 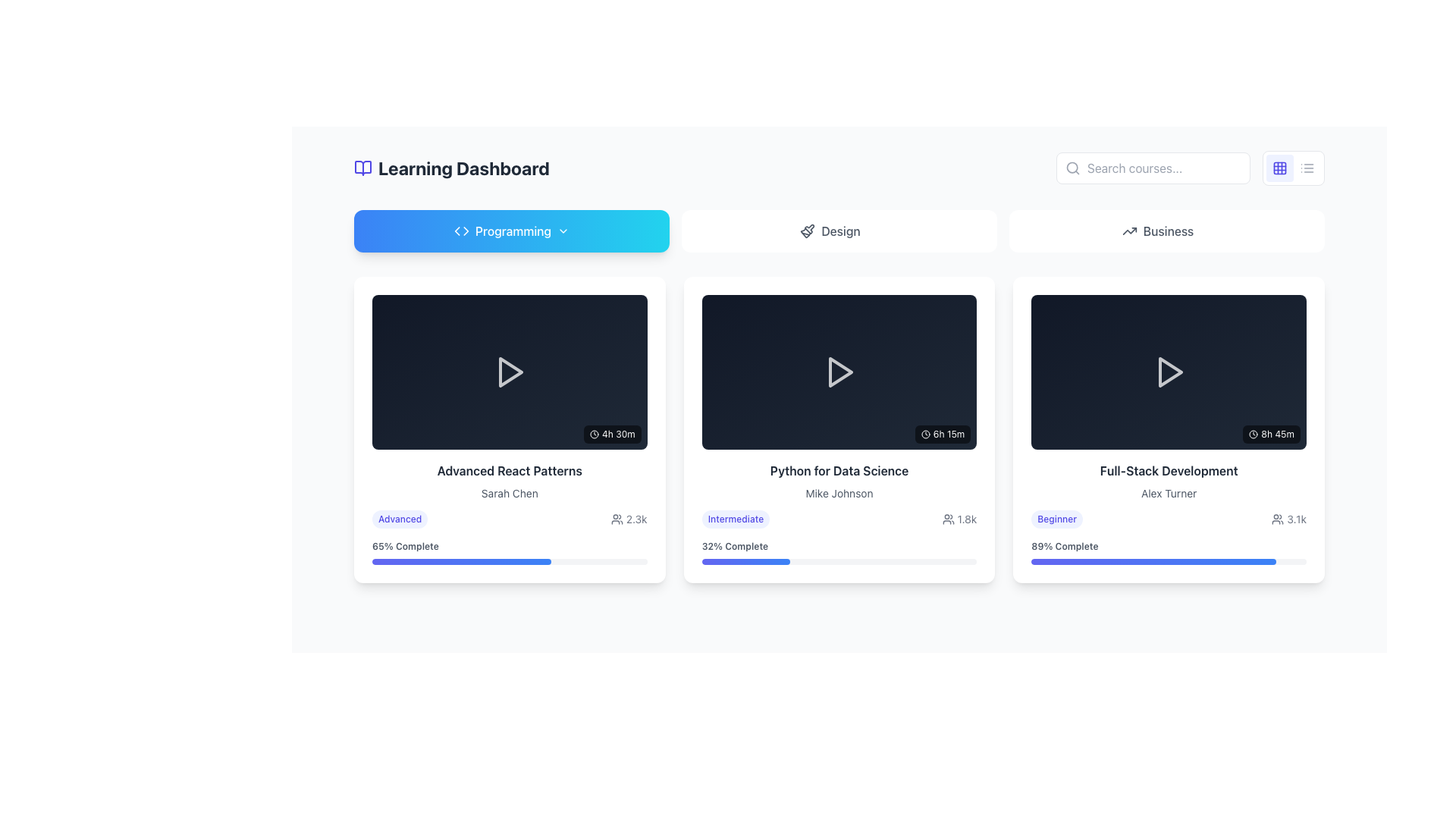 I want to click on the icon button in the top-right section of the interface, so click(x=1306, y=168).